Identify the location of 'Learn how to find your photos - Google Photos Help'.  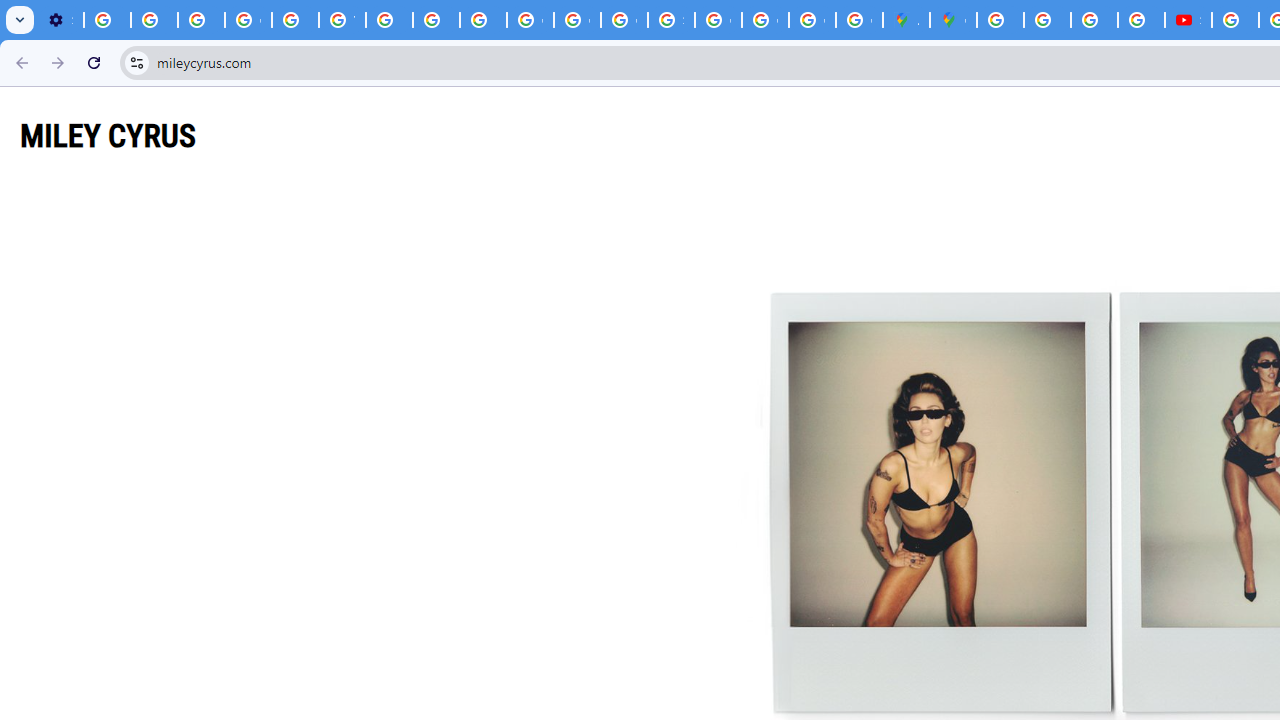
(153, 20).